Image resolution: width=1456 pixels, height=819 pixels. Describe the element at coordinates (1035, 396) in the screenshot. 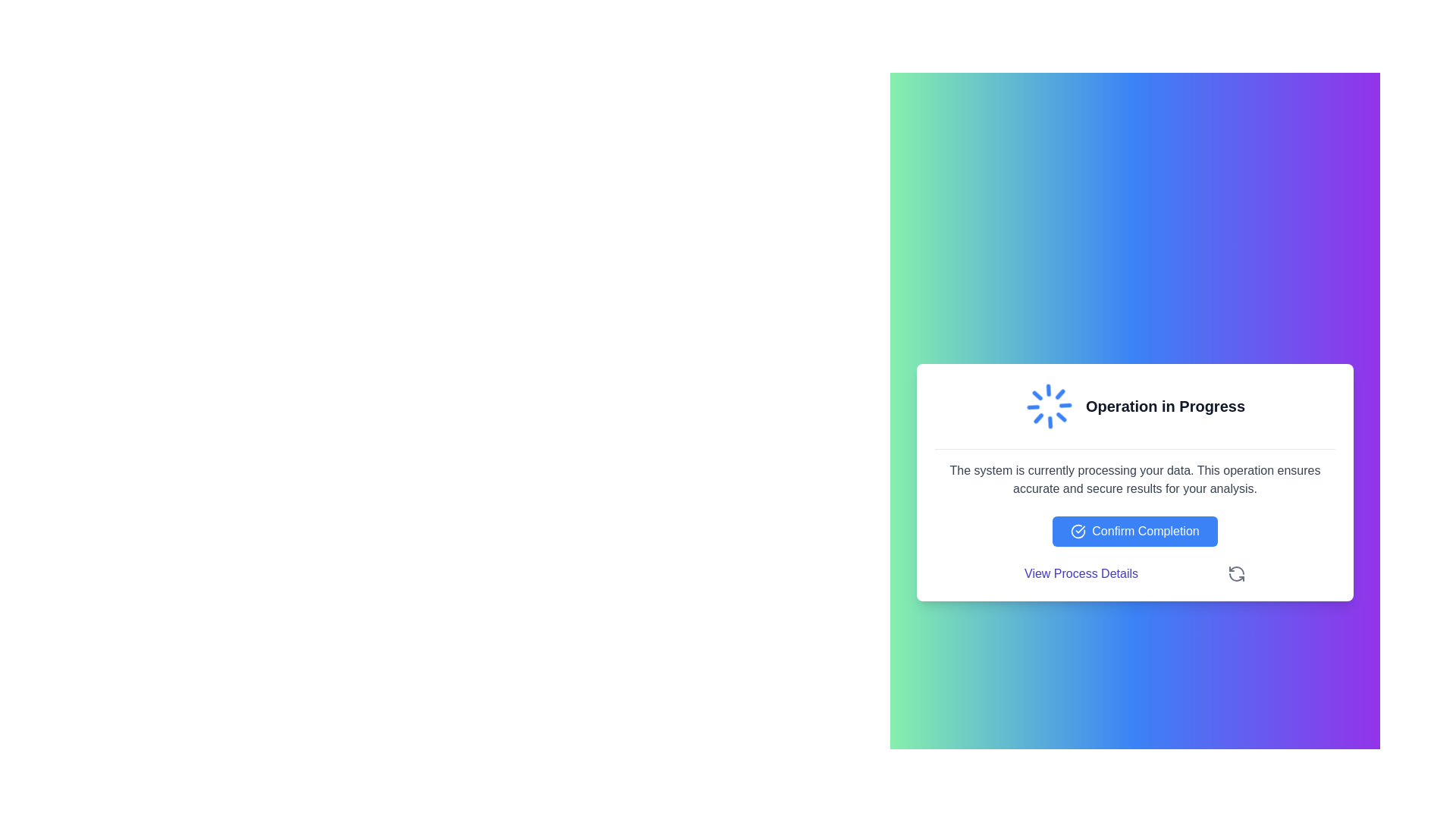

I see `the fourth segment of the circular loader animation located in the lower-right quadrant, indicating that a background operation is ongoing` at that location.